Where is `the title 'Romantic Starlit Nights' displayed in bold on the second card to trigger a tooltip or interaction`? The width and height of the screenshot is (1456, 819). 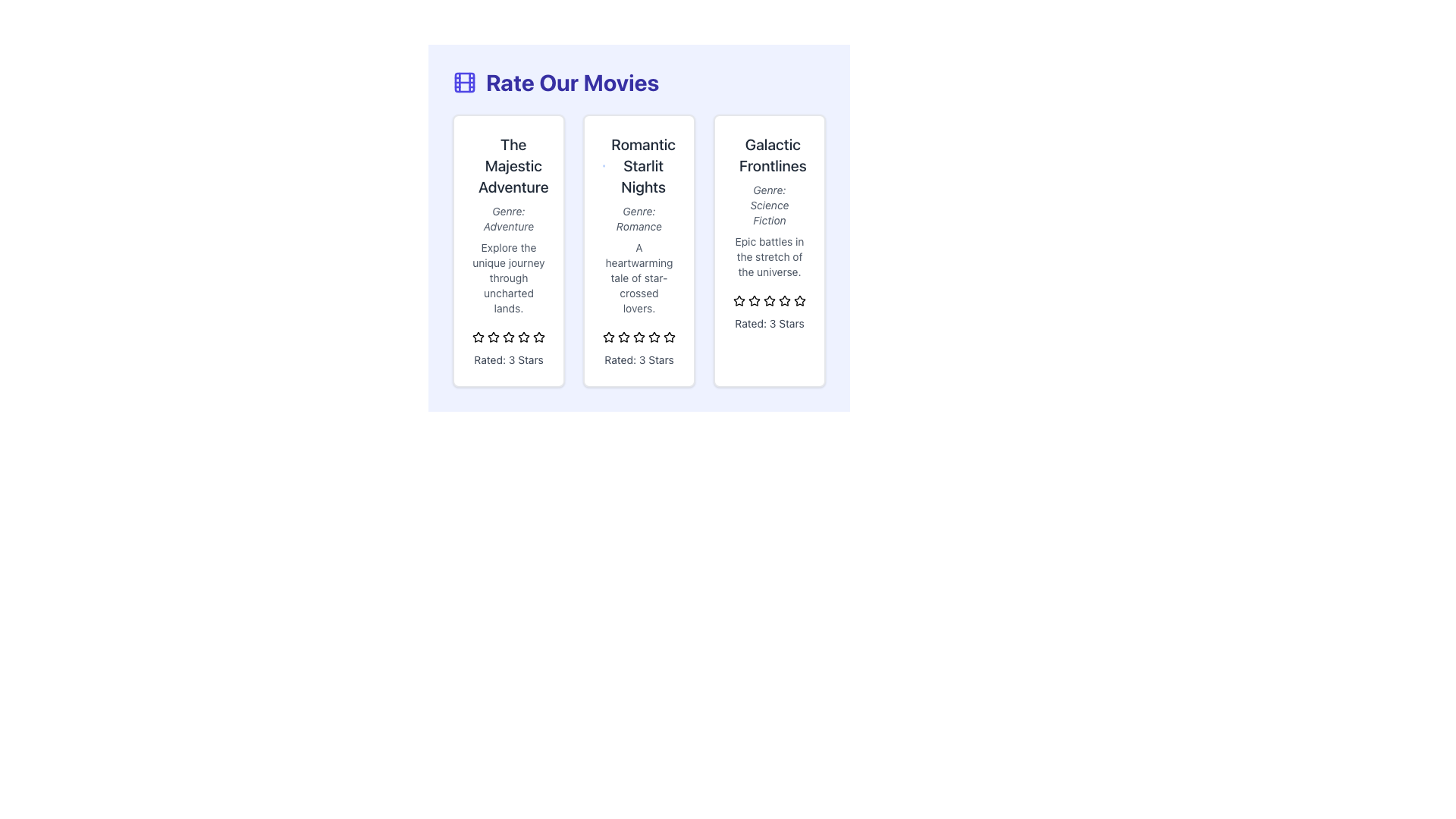
the title 'Romantic Starlit Nights' displayed in bold on the second card to trigger a tooltip or interaction is located at coordinates (639, 166).